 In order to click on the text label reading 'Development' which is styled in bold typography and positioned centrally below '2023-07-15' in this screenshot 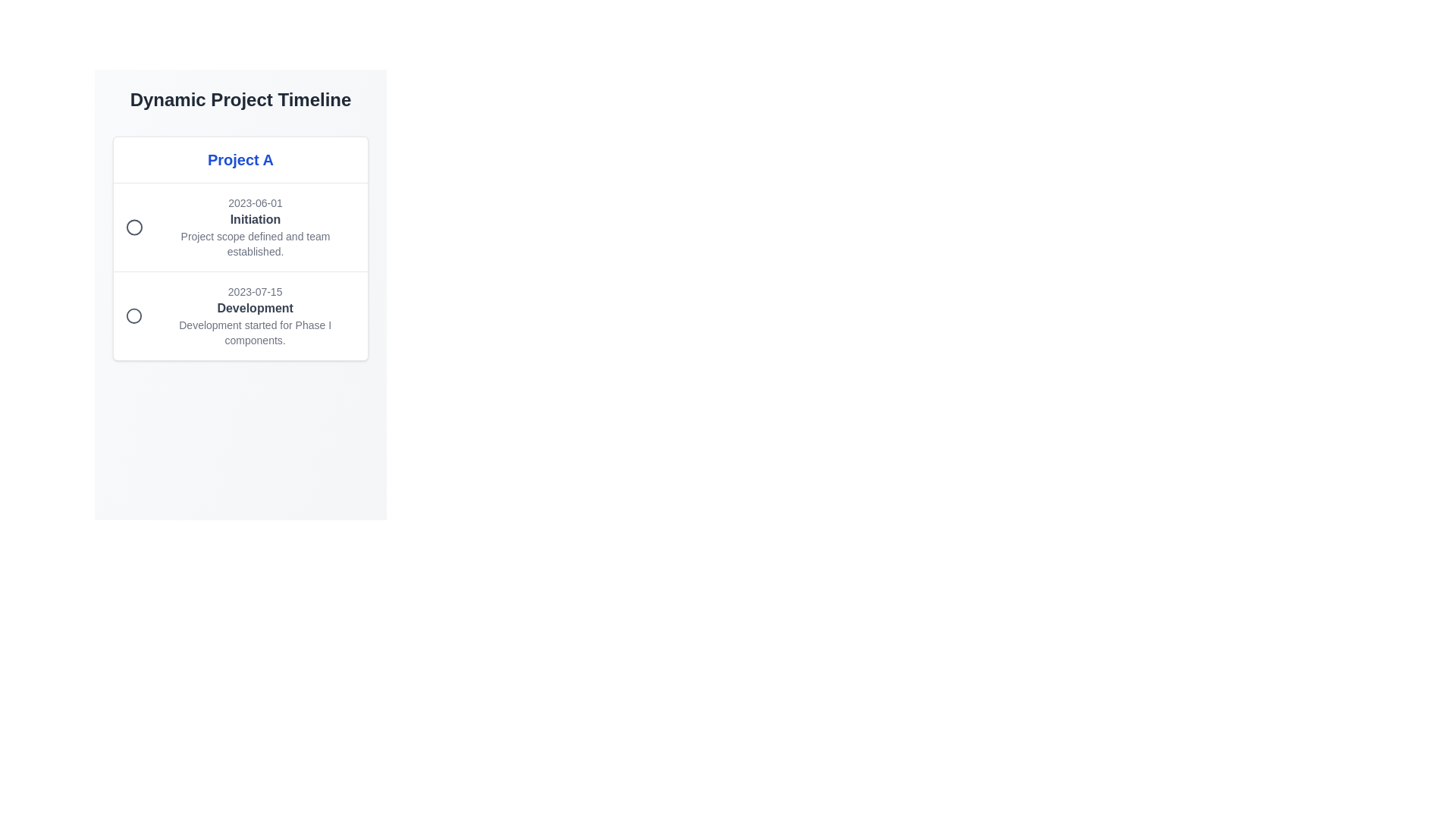, I will do `click(255, 308)`.